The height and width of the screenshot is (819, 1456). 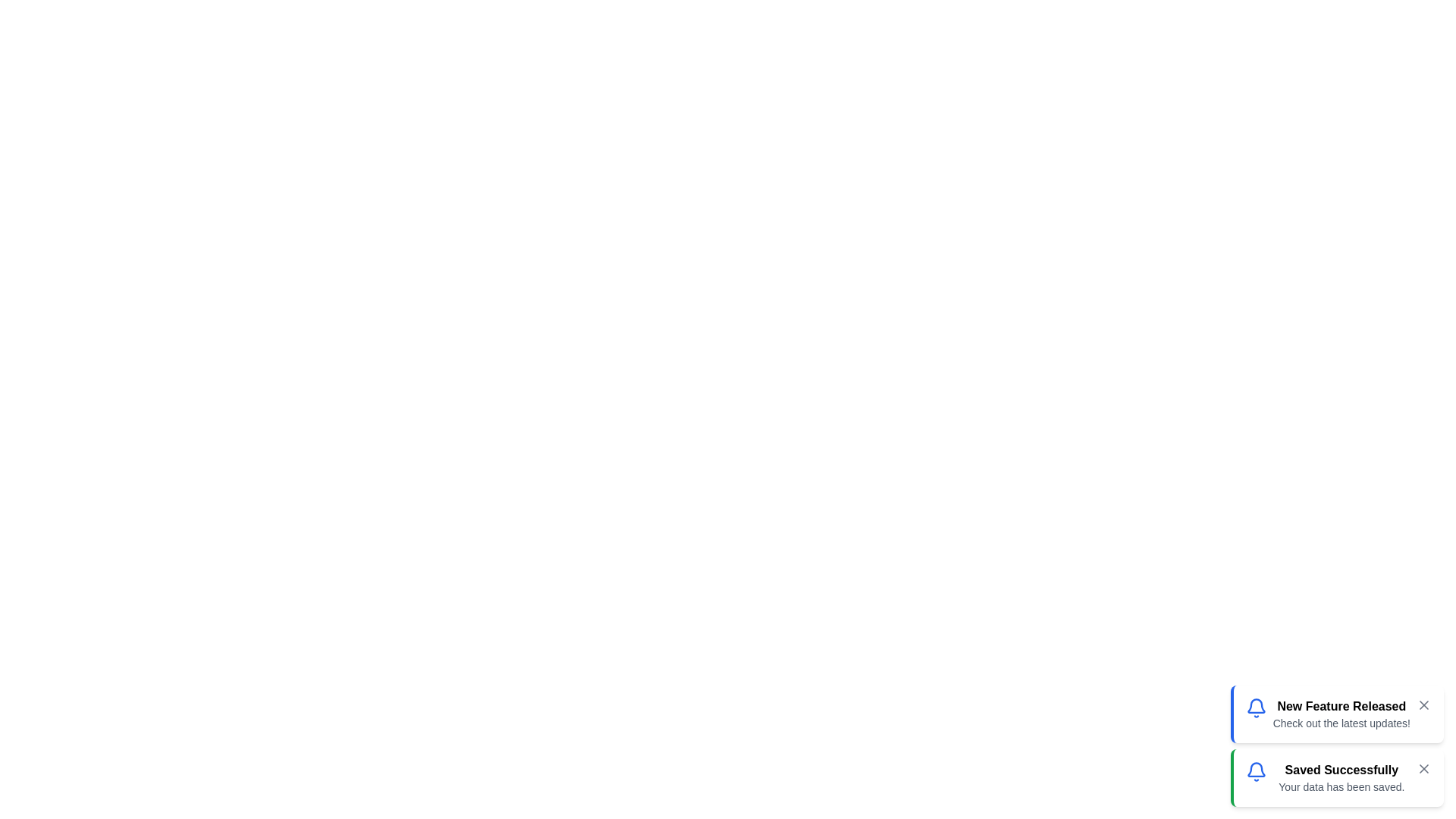 I want to click on the notification box that has a white background, green left border, rounded corners, a blue notification icon, and contains the title 'Saved Successfully' with supporting text 'Your data has been saved.', so click(x=1337, y=778).